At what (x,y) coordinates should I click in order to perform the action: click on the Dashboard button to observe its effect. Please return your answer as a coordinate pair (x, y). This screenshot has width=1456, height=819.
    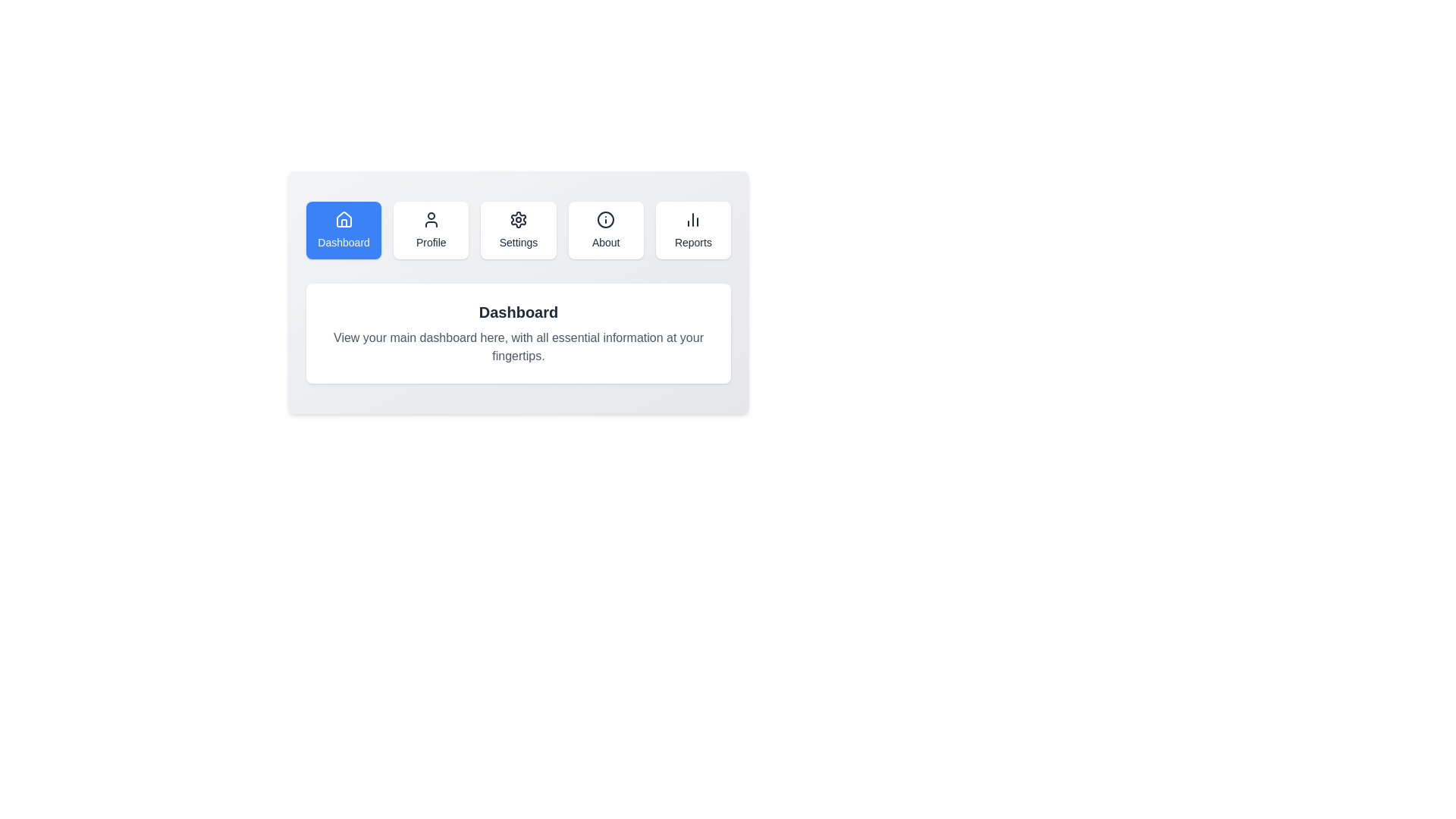
    Looking at the image, I should click on (343, 231).